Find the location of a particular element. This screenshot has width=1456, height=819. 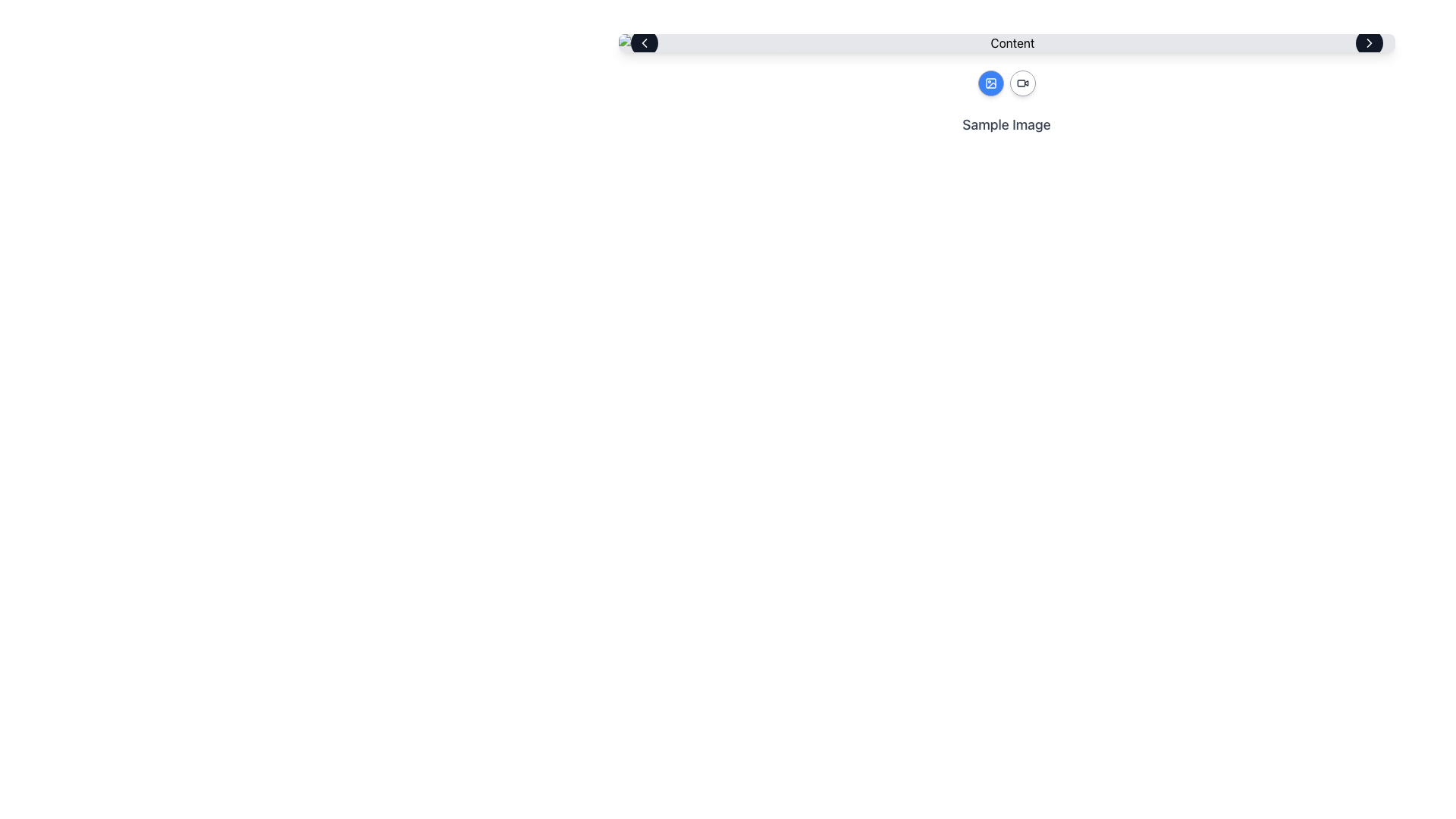

the right-facing chevron icon within the black circular button is located at coordinates (1369, 42).